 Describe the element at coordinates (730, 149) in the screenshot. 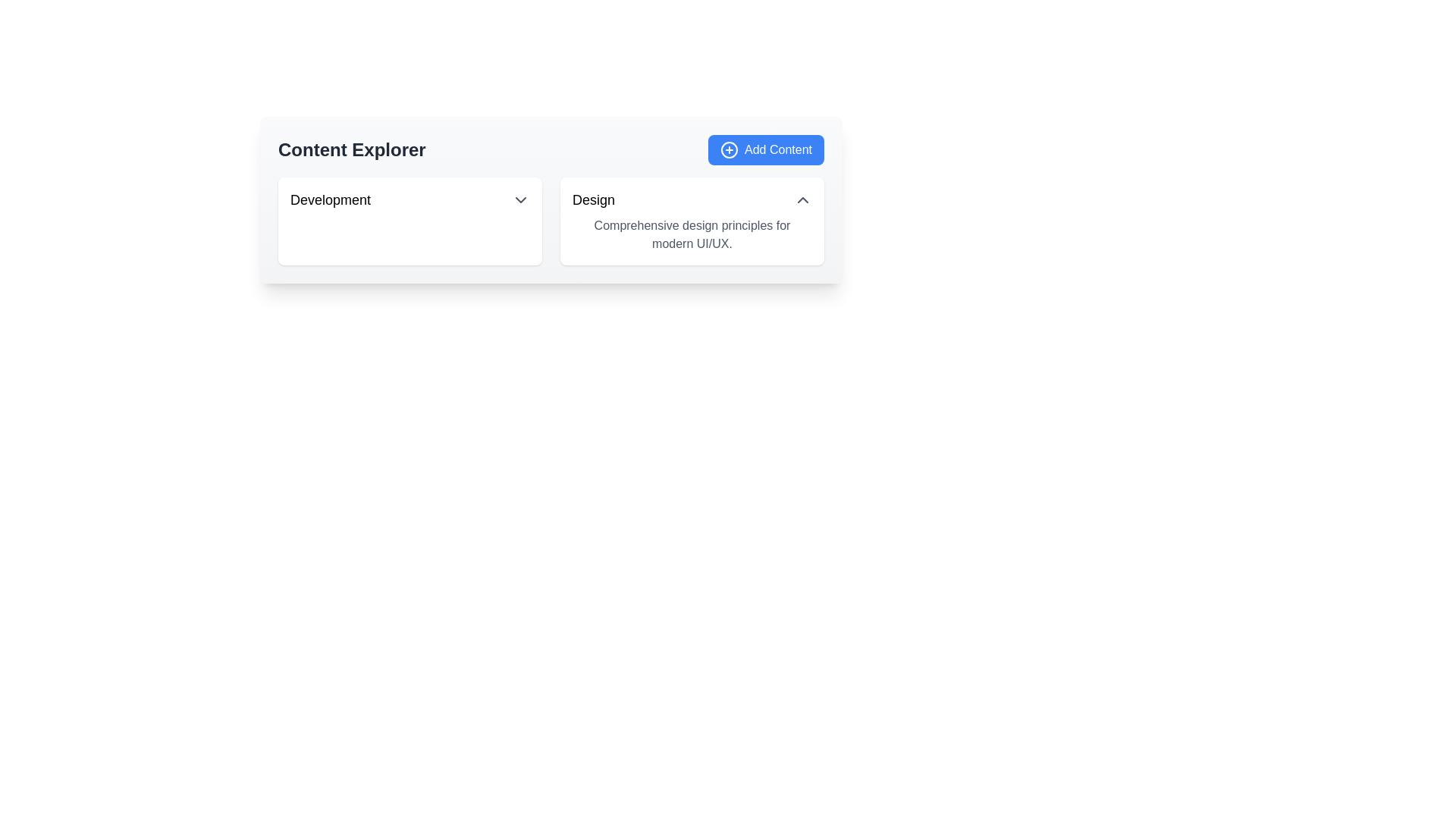

I see `the SVG graphic element (circle) located in the top-right section of the panel, which is part of the 'Add Content' button` at that location.